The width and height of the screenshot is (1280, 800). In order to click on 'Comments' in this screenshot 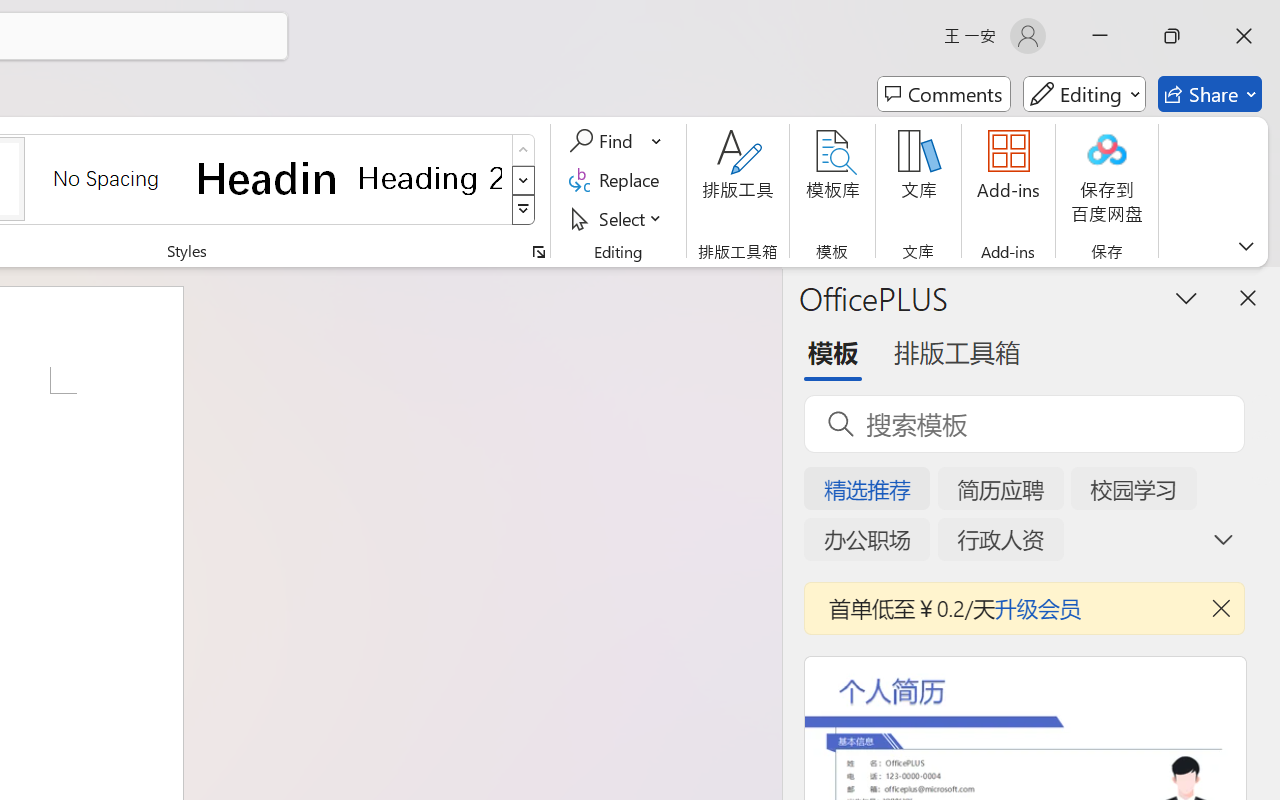, I will do `click(943, 94)`.